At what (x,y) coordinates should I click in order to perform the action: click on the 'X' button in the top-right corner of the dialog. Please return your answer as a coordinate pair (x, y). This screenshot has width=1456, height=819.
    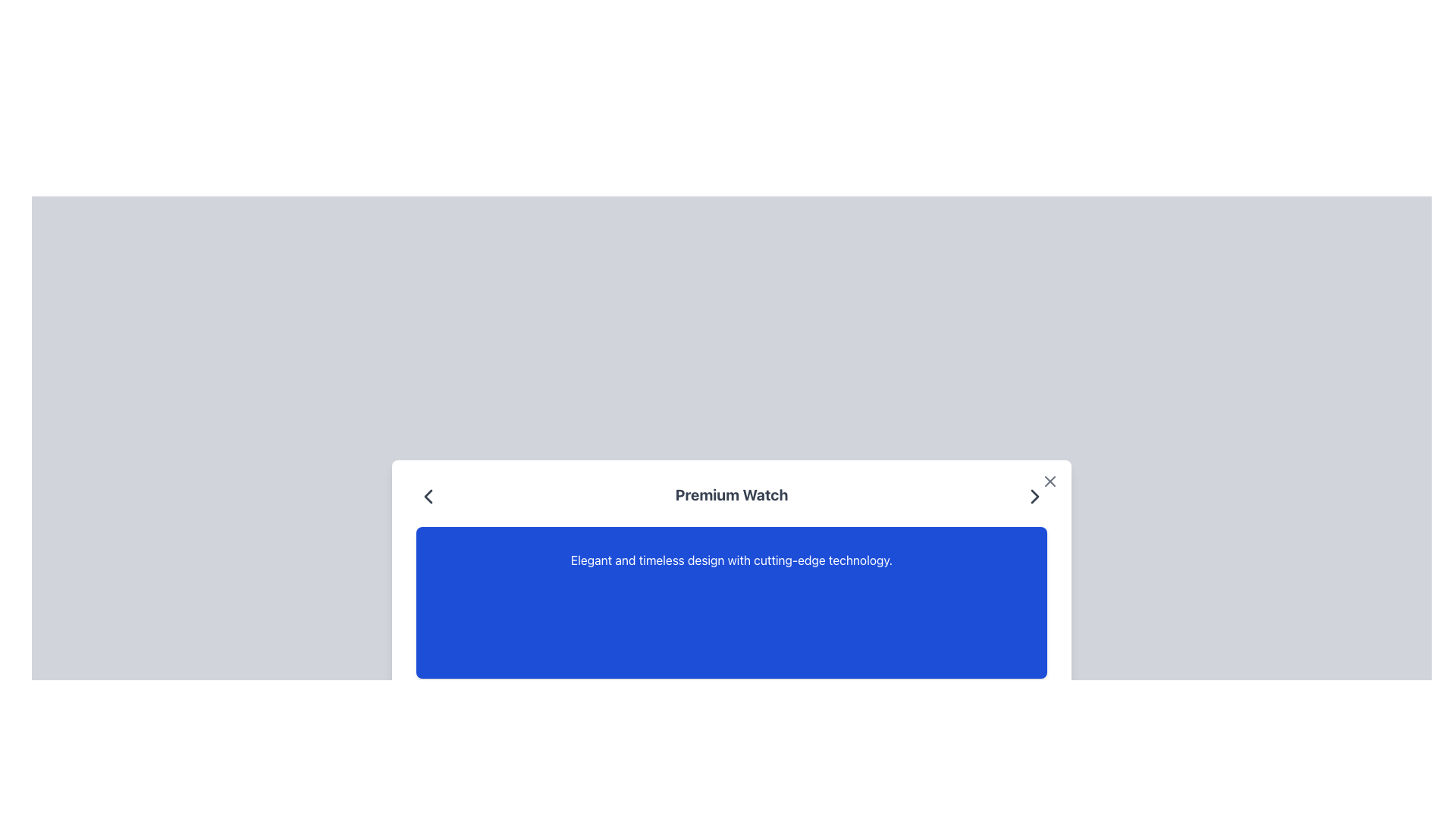
    Looking at the image, I should click on (1050, 482).